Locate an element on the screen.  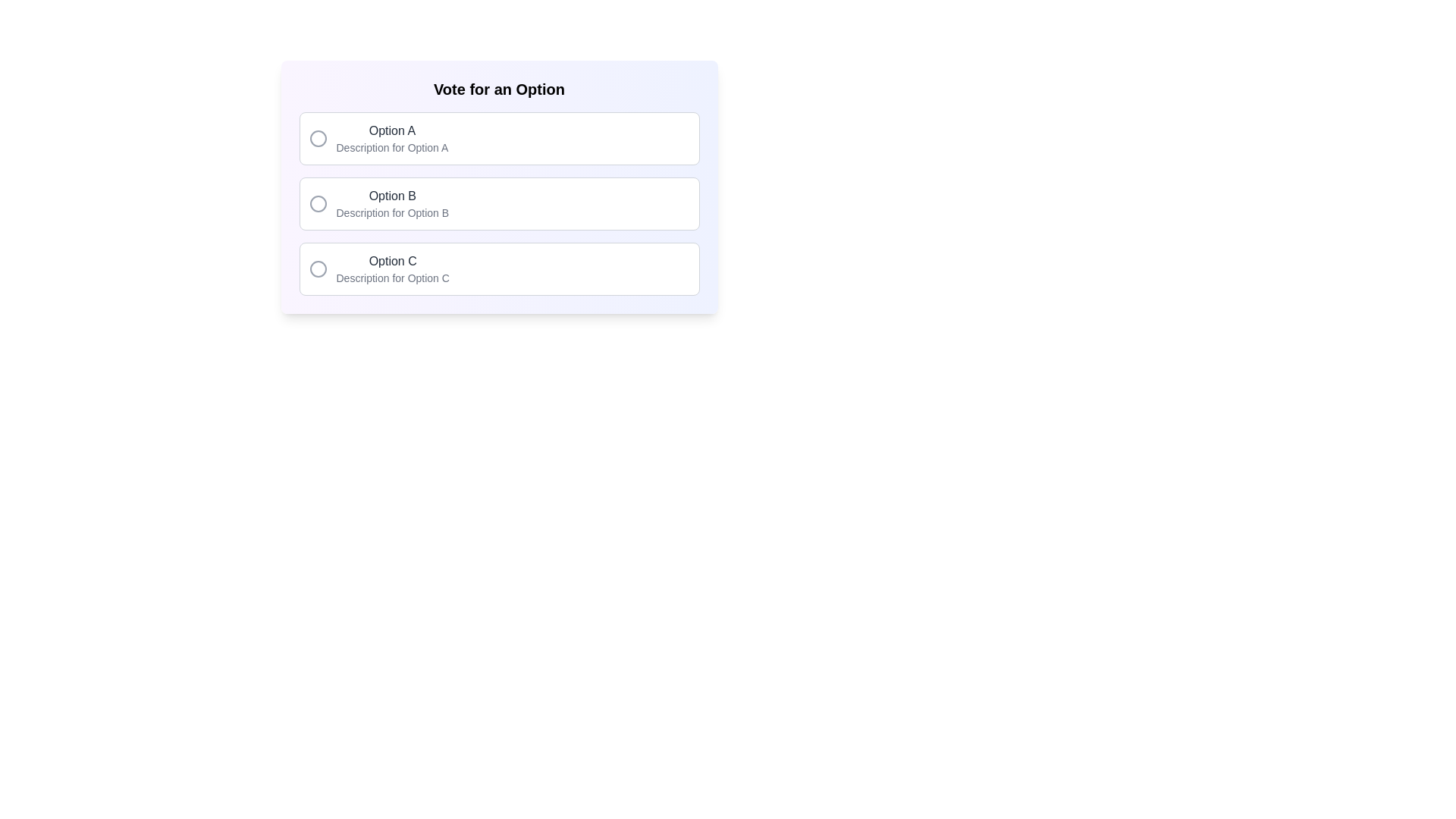
the clickable option group containing 'Option B' for keyboard interaction is located at coordinates (499, 203).